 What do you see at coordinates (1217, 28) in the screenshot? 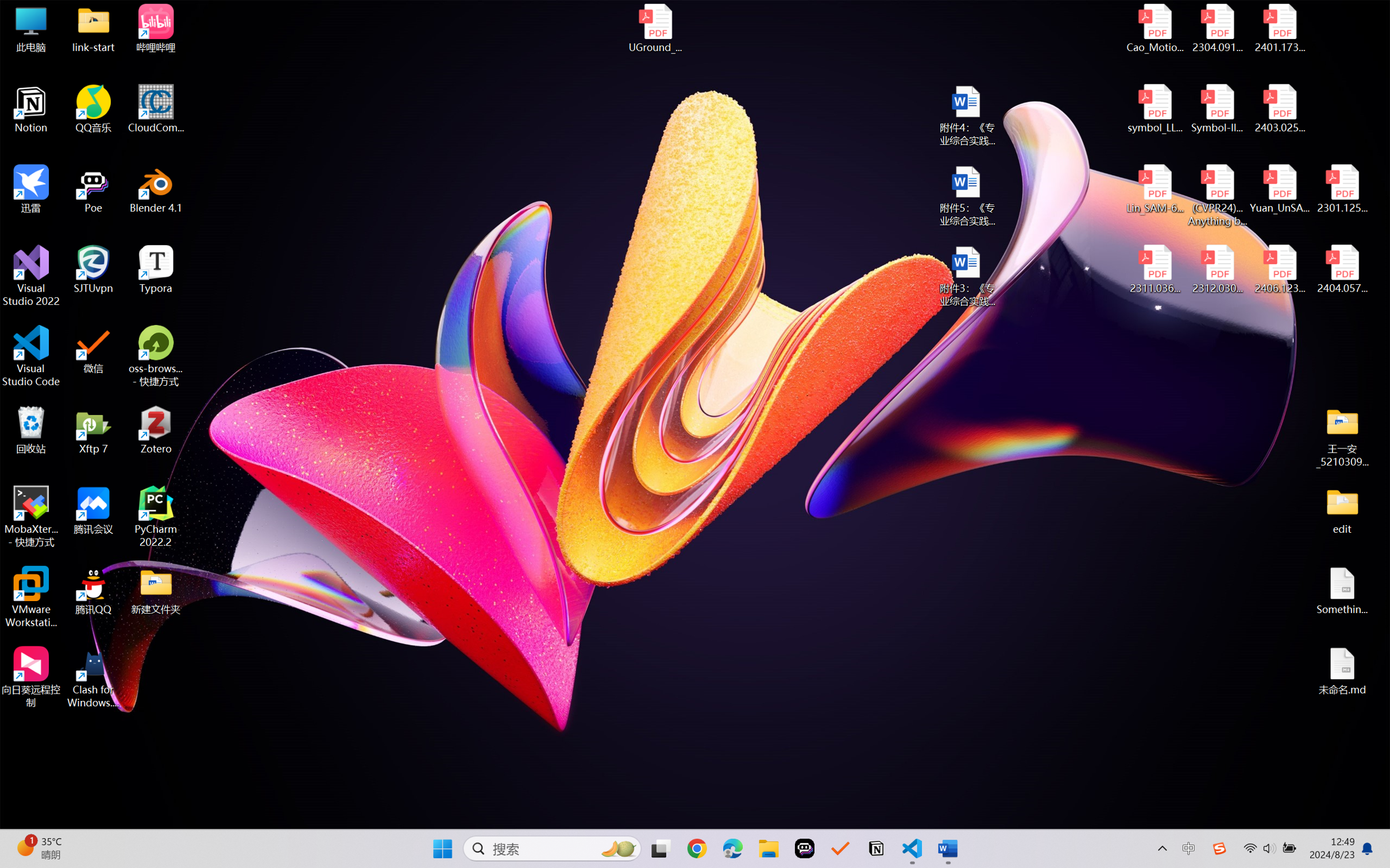
I see `'2304.09121v3.pdf'` at bounding box center [1217, 28].